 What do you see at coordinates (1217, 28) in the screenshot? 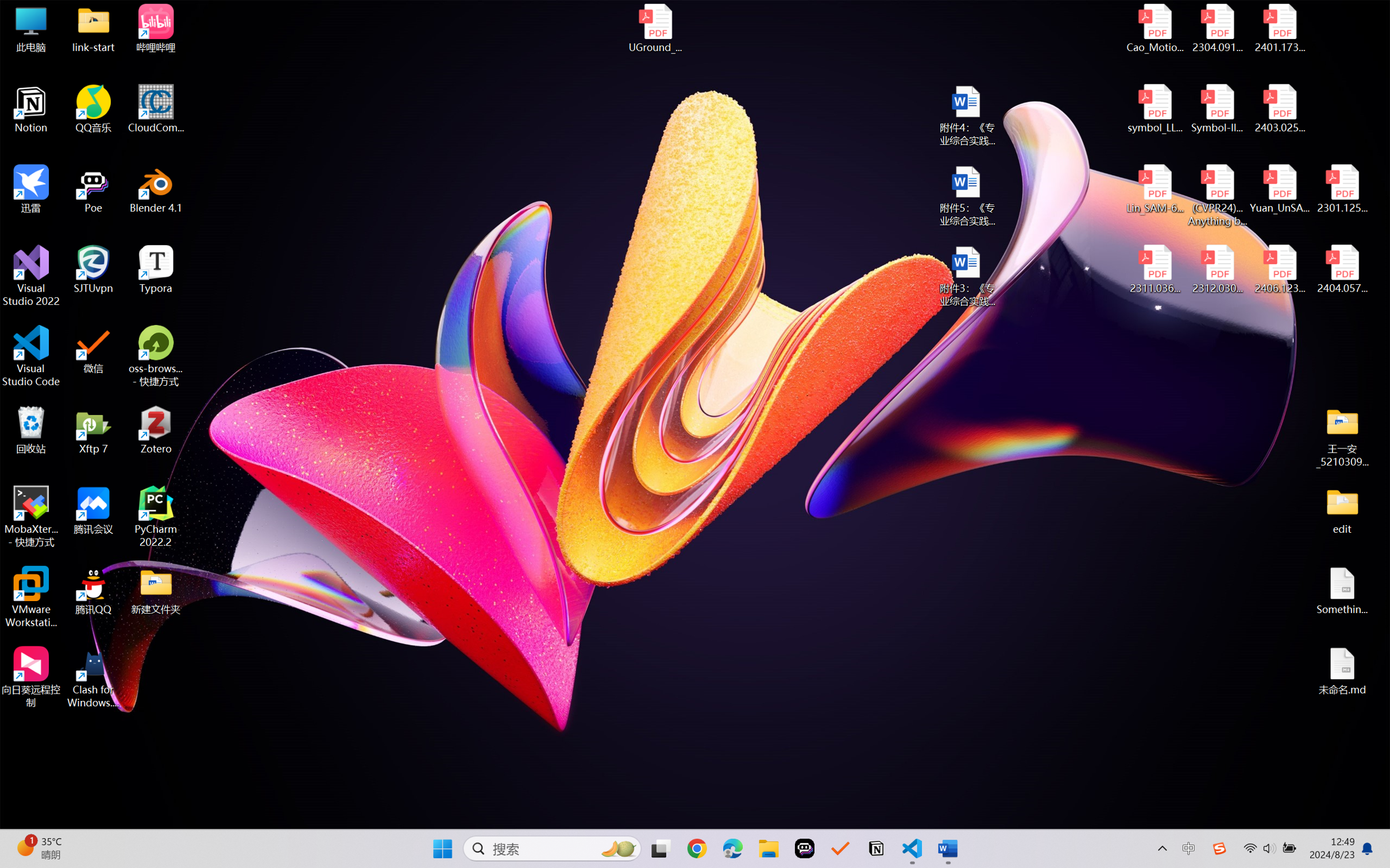
I see `'2304.09121v3.pdf'` at bounding box center [1217, 28].